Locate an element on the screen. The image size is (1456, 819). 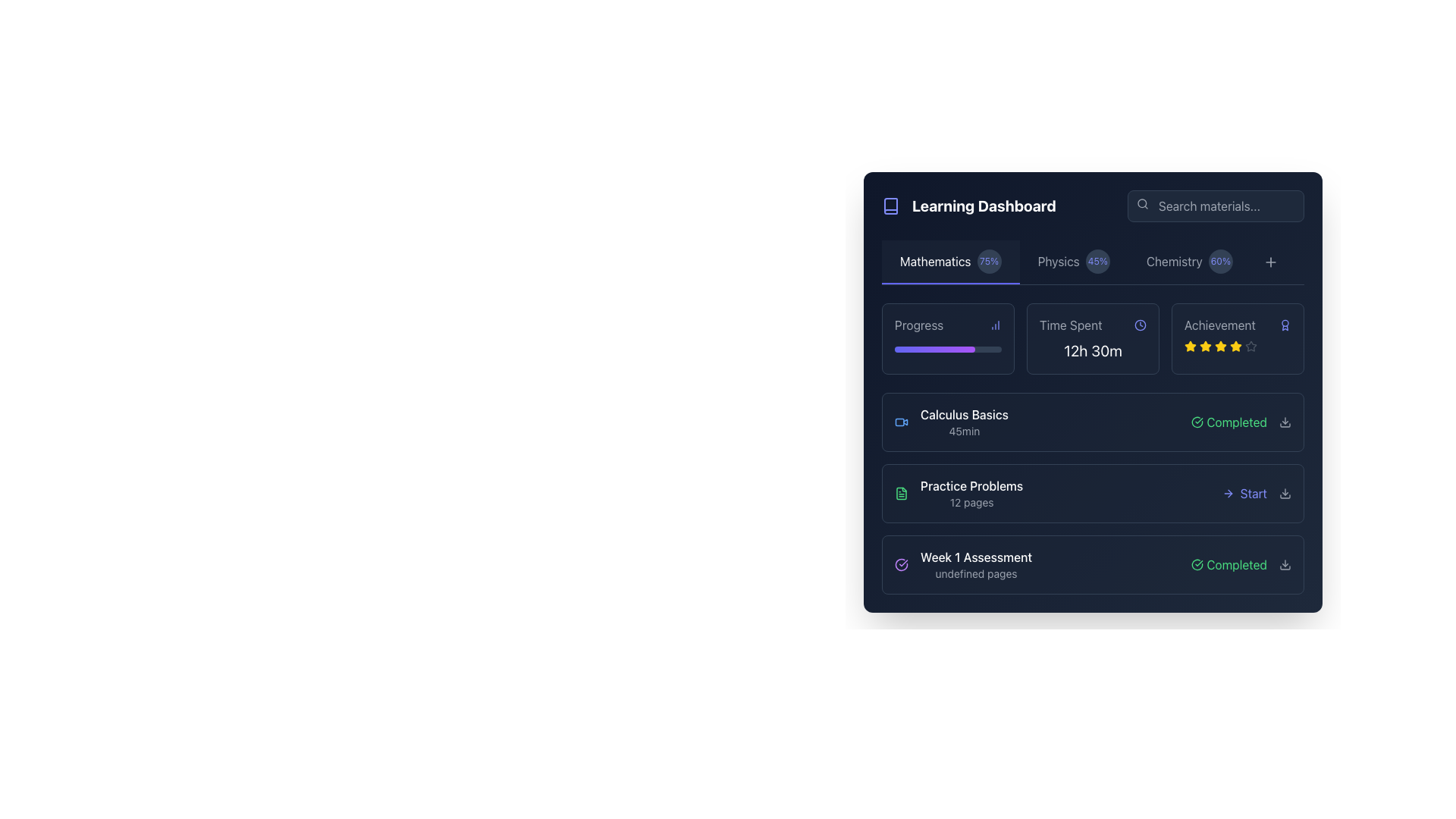
the circular icon with a tick mark inside, indicating a 'completed' status, located in the 'Calculus Basics' section is located at coordinates (1197, 422).